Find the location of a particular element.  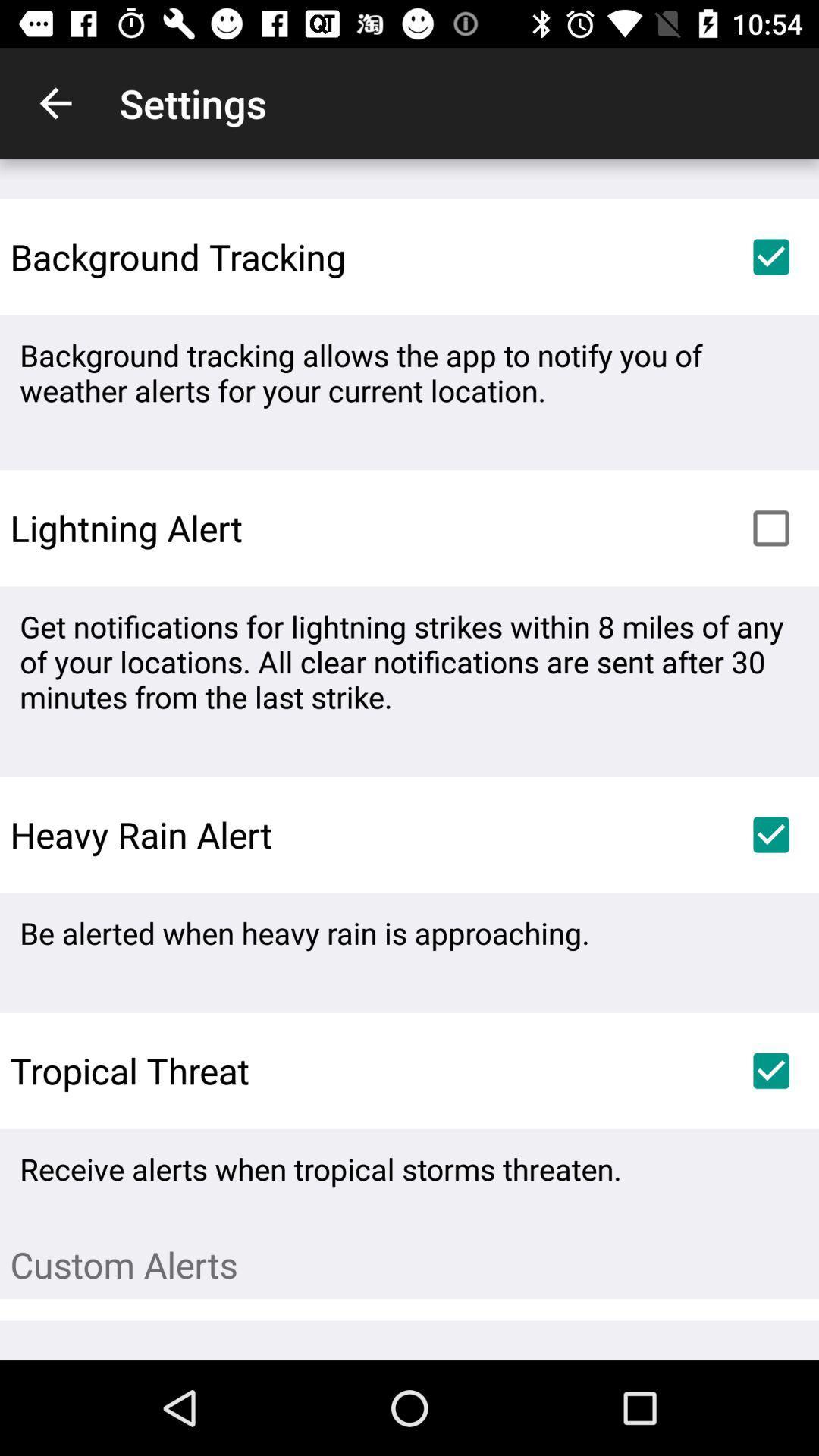

the item below the background tracking allows icon is located at coordinates (771, 528).